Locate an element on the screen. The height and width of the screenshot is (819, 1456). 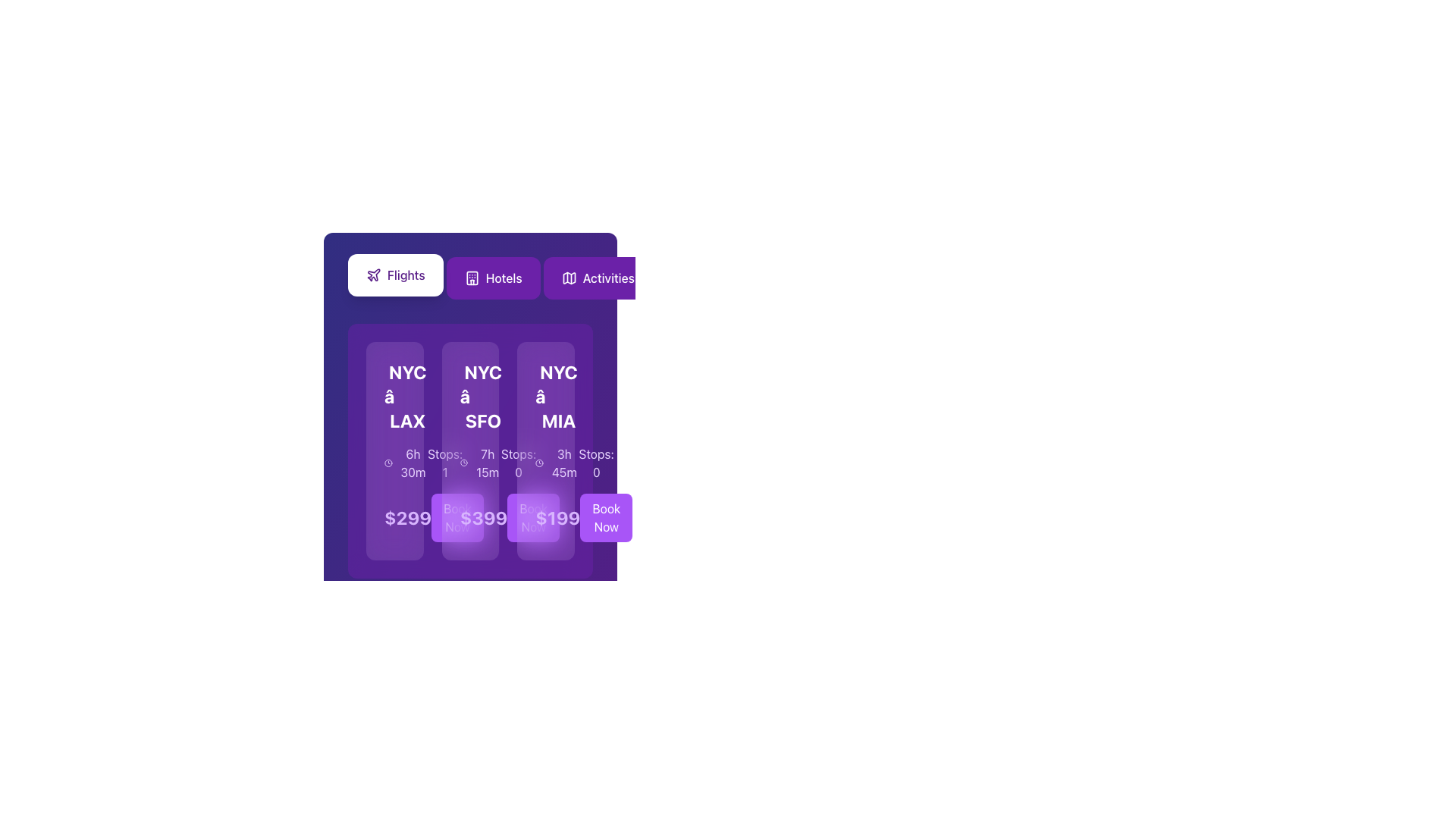
text content of the Text label displaying '7h 15m', which is in bold white font on a vibrant purple background, located below the city-to-city text is located at coordinates (488, 462).